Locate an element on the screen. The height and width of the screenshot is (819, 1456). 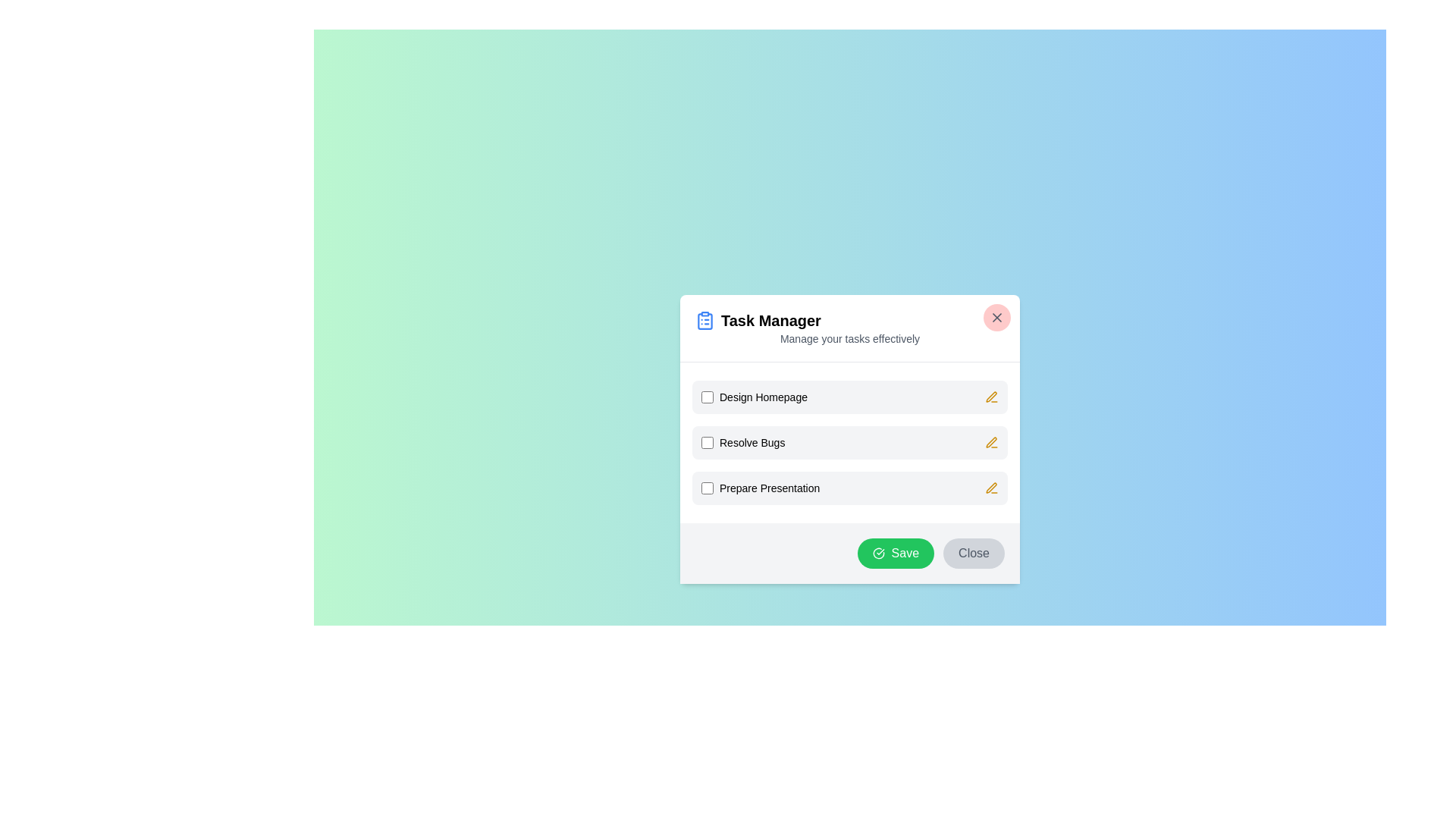
the checkbox located to the left of the text label 'Resolve Bugs' is located at coordinates (706, 442).